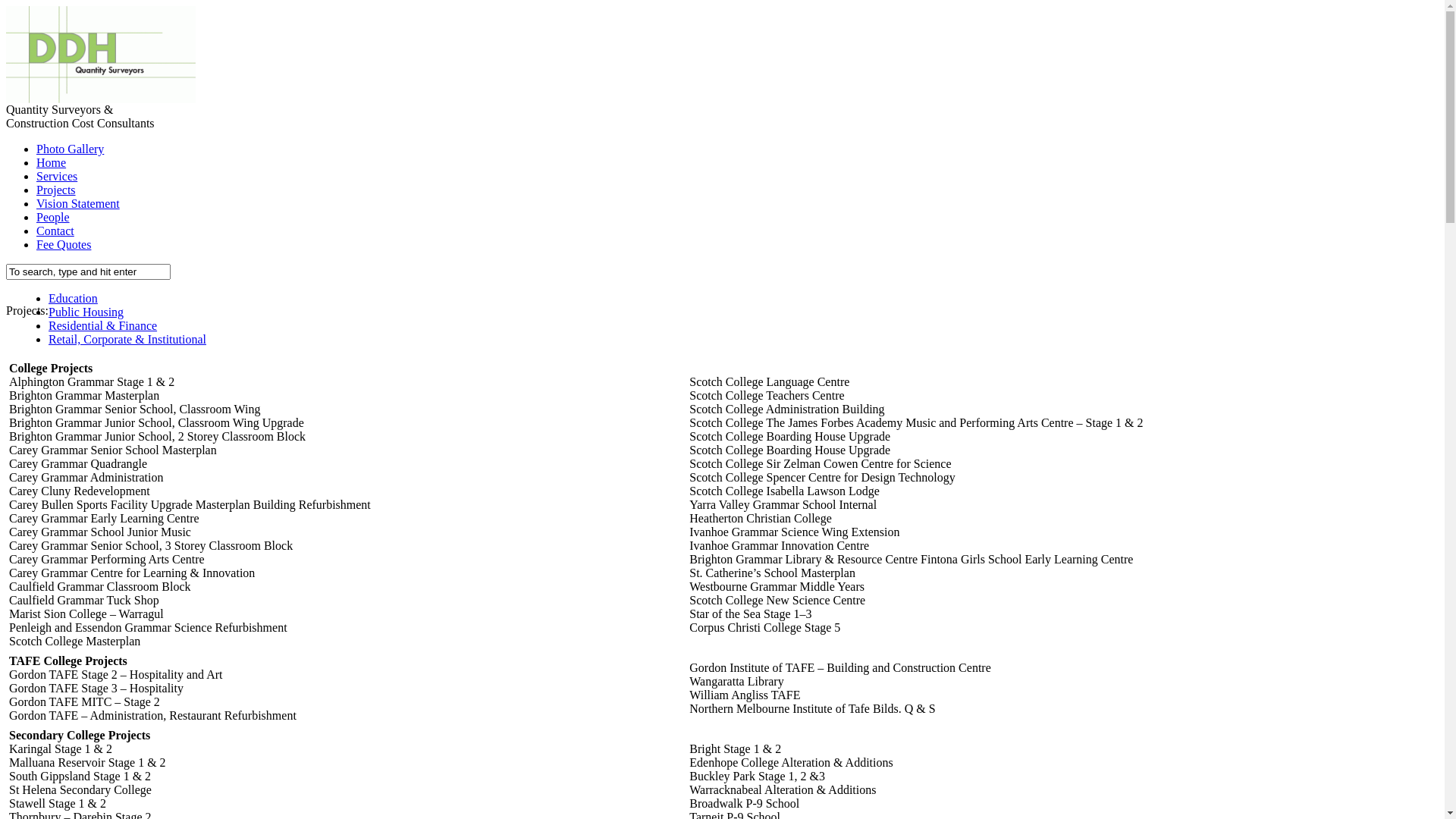  I want to click on 'Contact', so click(55, 231).